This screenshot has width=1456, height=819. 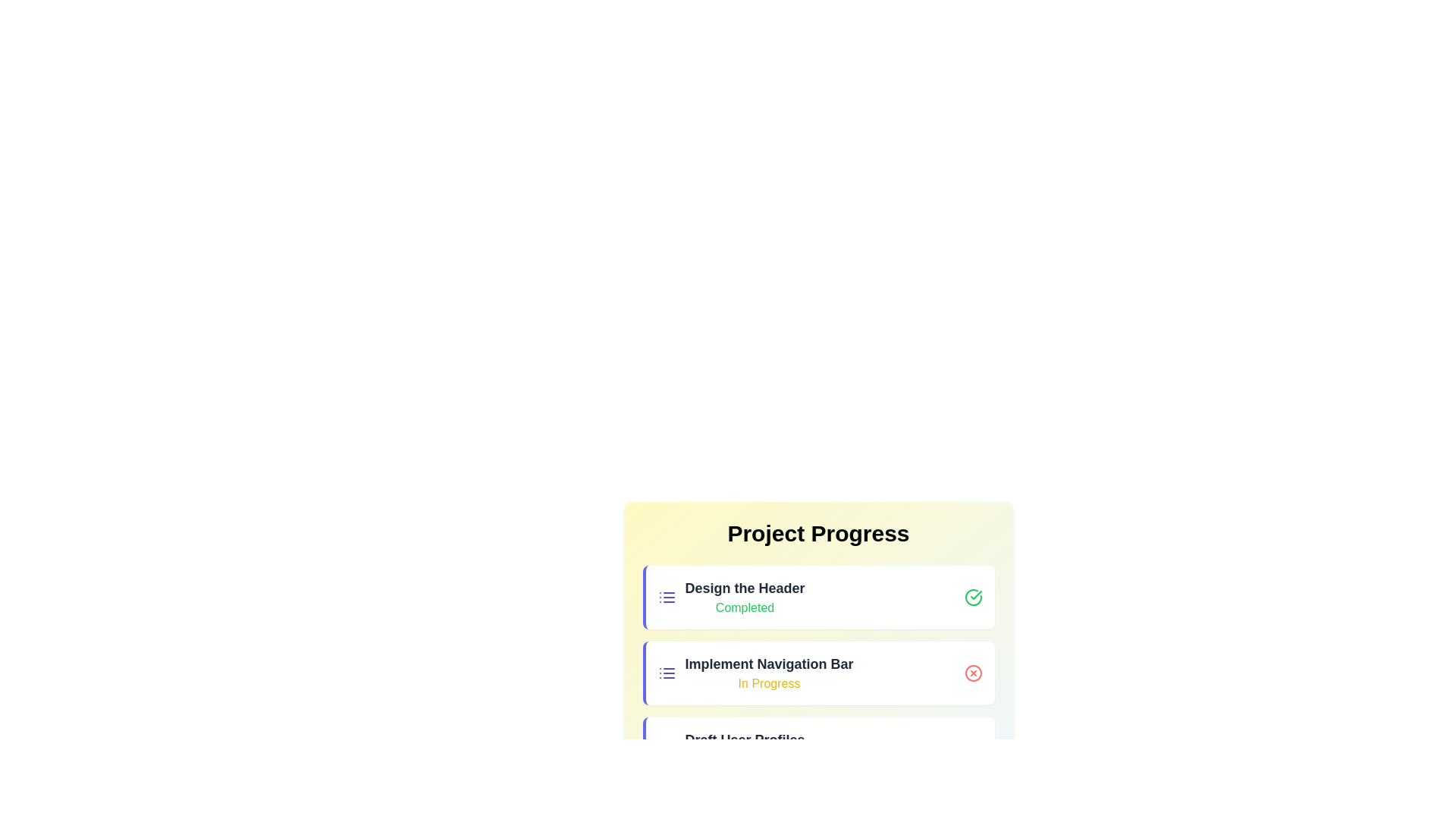 I want to click on the task title Draft User Profiles to expand or edit the task details, so click(x=745, y=739).